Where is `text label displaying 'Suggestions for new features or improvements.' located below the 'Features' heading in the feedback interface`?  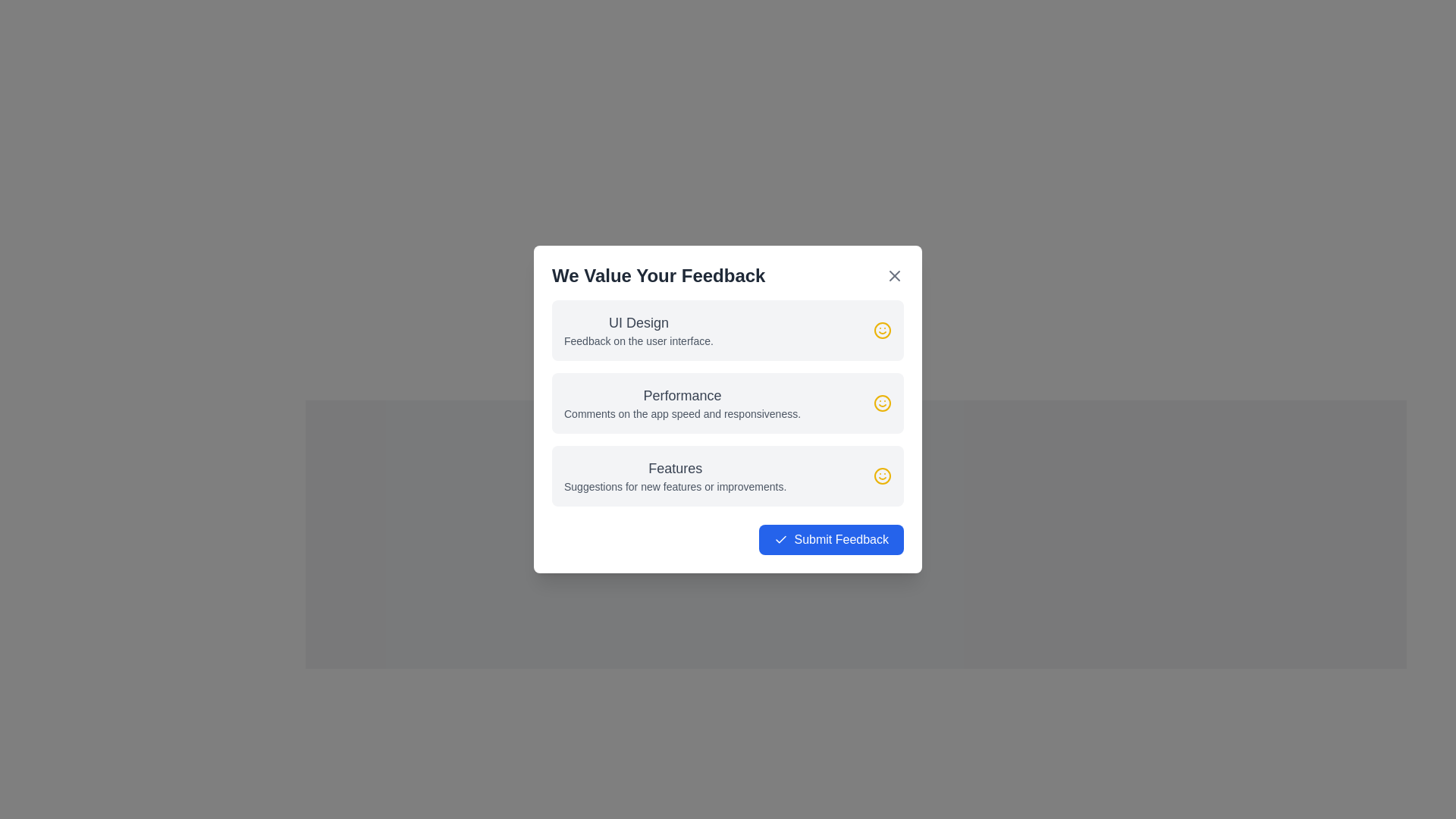
text label displaying 'Suggestions for new features or improvements.' located below the 'Features' heading in the feedback interface is located at coordinates (674, 486).